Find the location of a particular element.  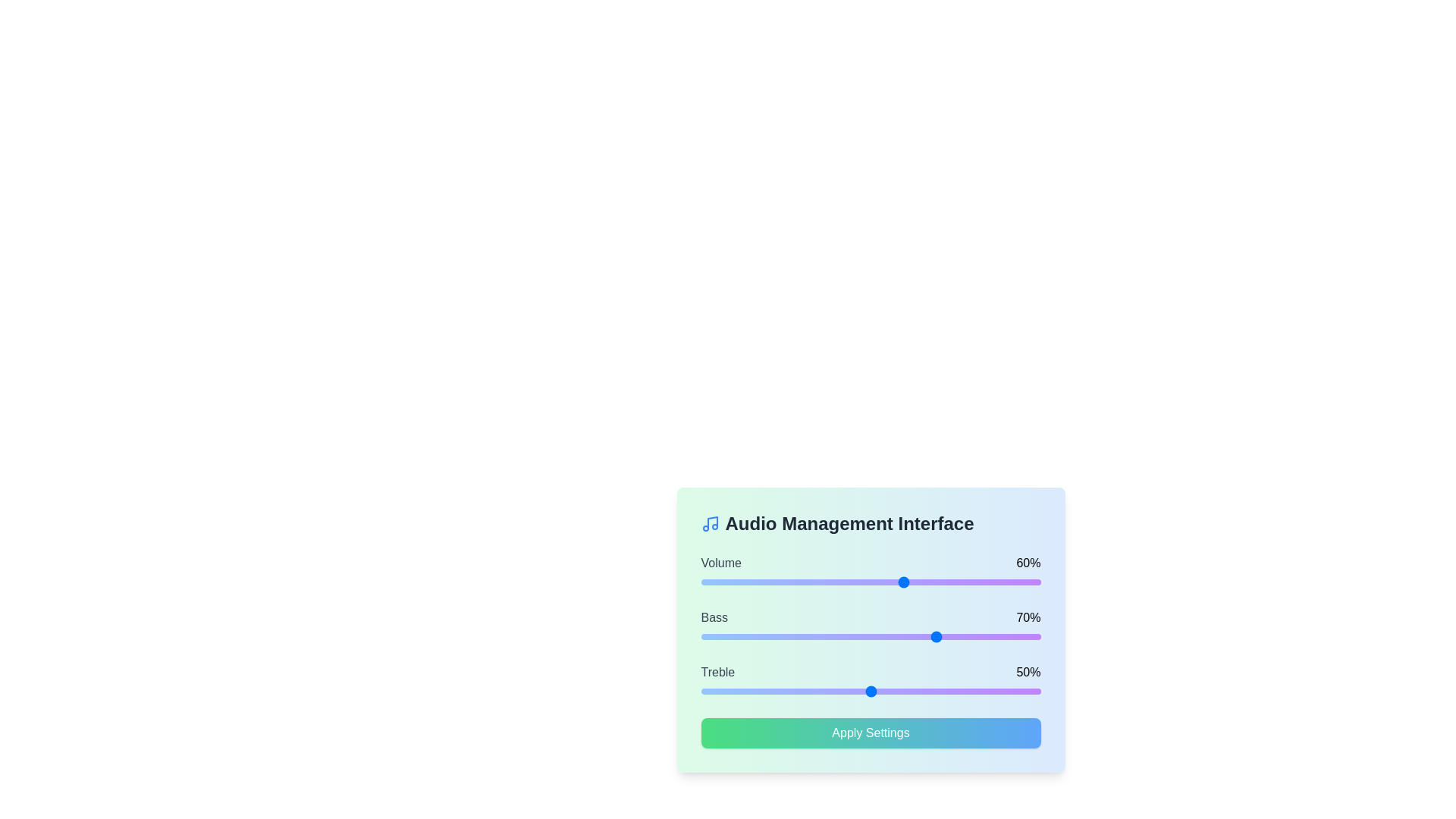

the treble level is located at coordinates (983, 691).